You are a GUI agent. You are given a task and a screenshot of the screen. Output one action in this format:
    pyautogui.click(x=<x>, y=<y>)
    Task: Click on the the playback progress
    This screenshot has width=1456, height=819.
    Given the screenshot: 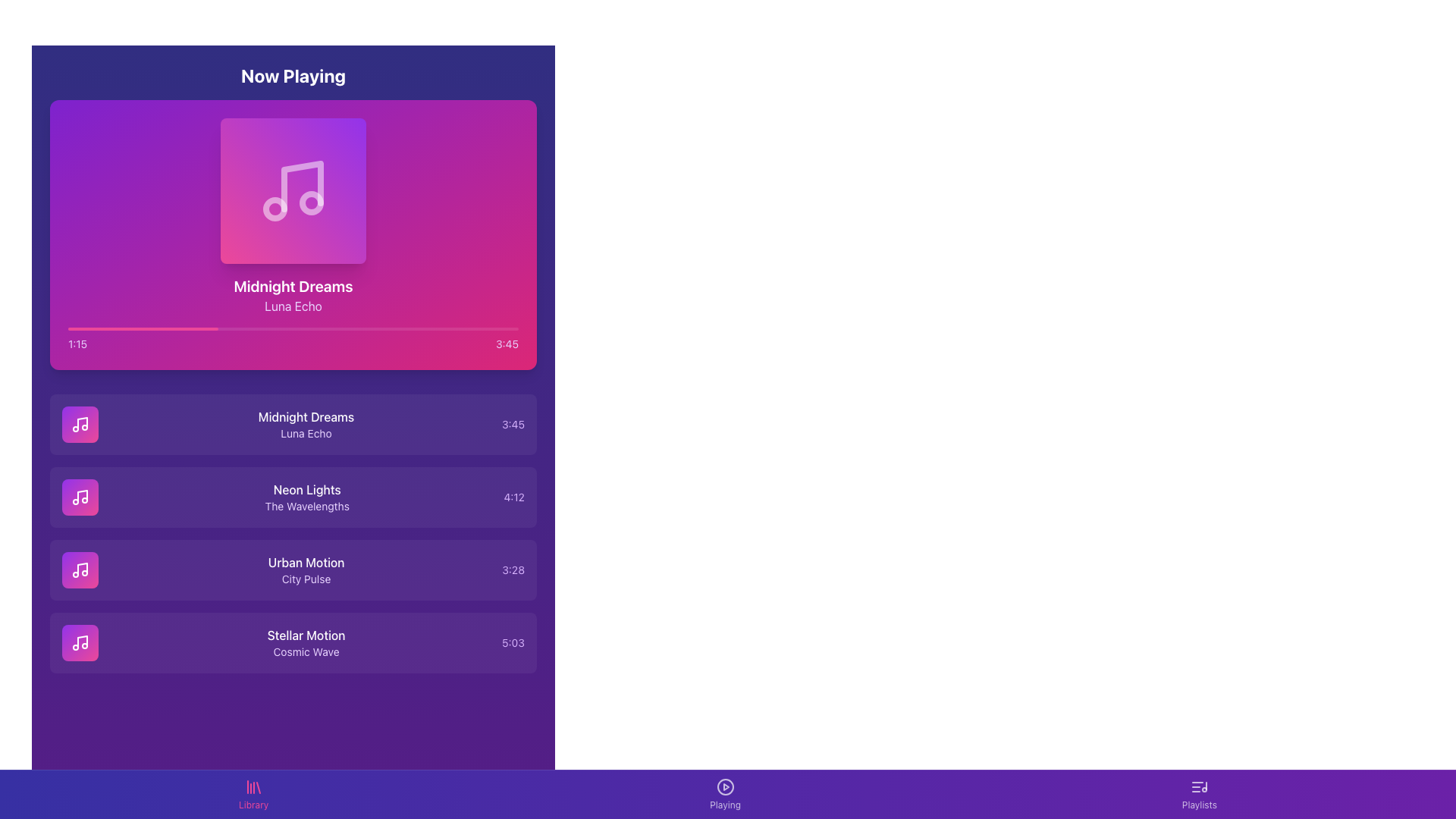 What is the action you would take?
    pyautogui.click(x=500, y=328)
    